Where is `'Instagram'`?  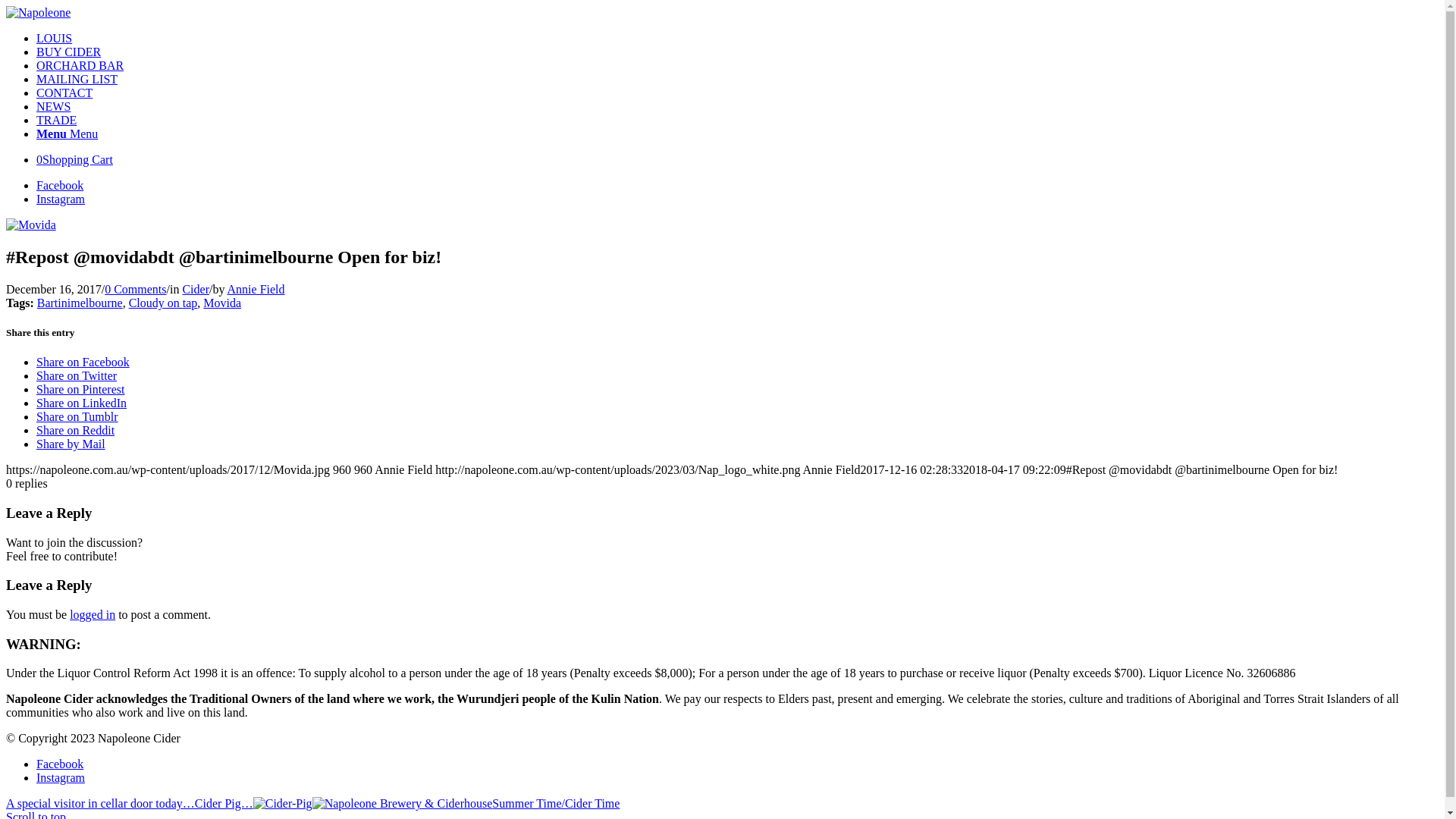
'Instagram' is located at coordinates (61, 777).